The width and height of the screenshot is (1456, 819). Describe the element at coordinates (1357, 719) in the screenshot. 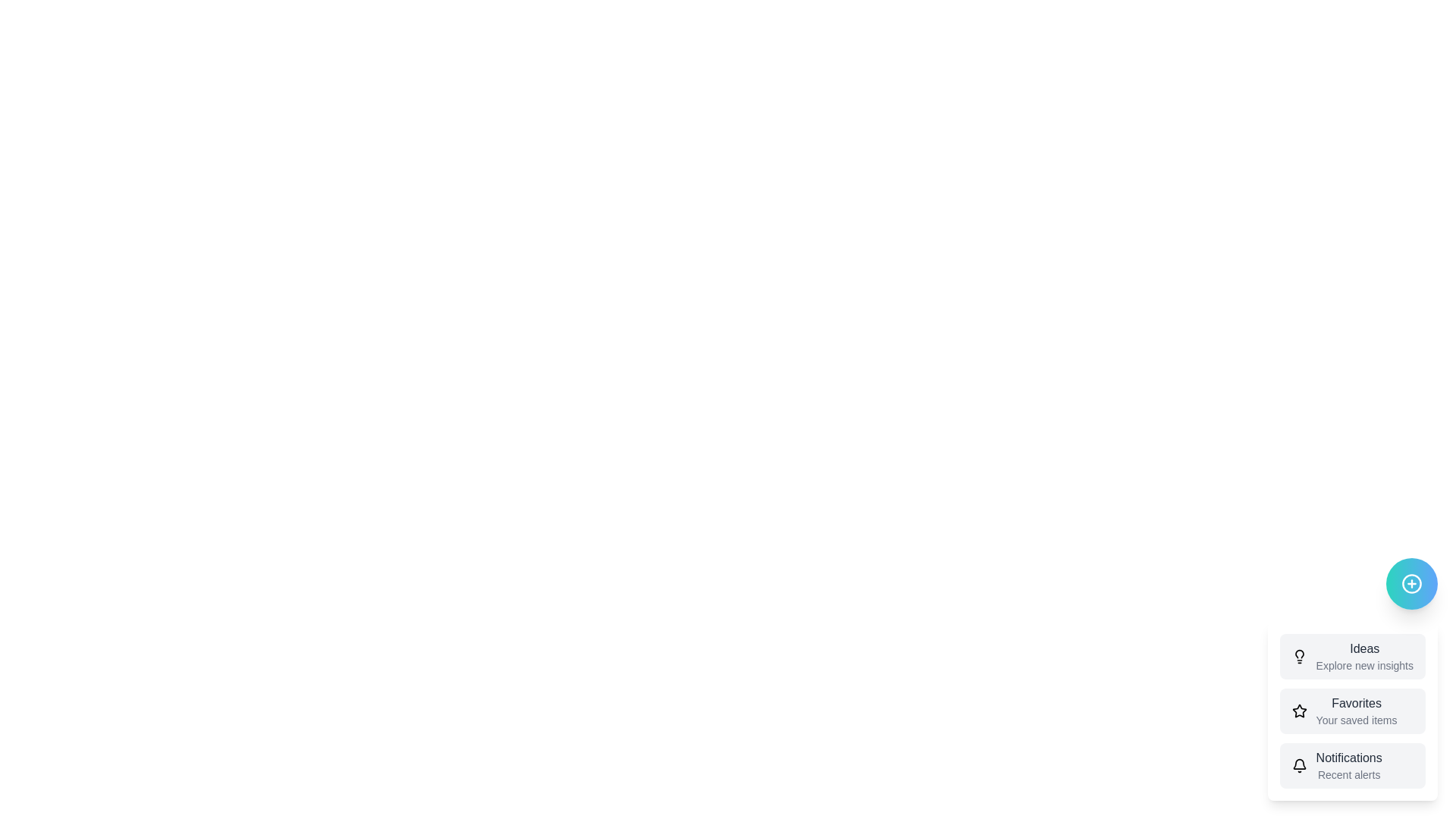

I see `the text label 'Your saved items' which serves as a descriptive subtitle for the 'Favorites' category, located in the lower-right corner of the interface under 'Favorites'` at that location.